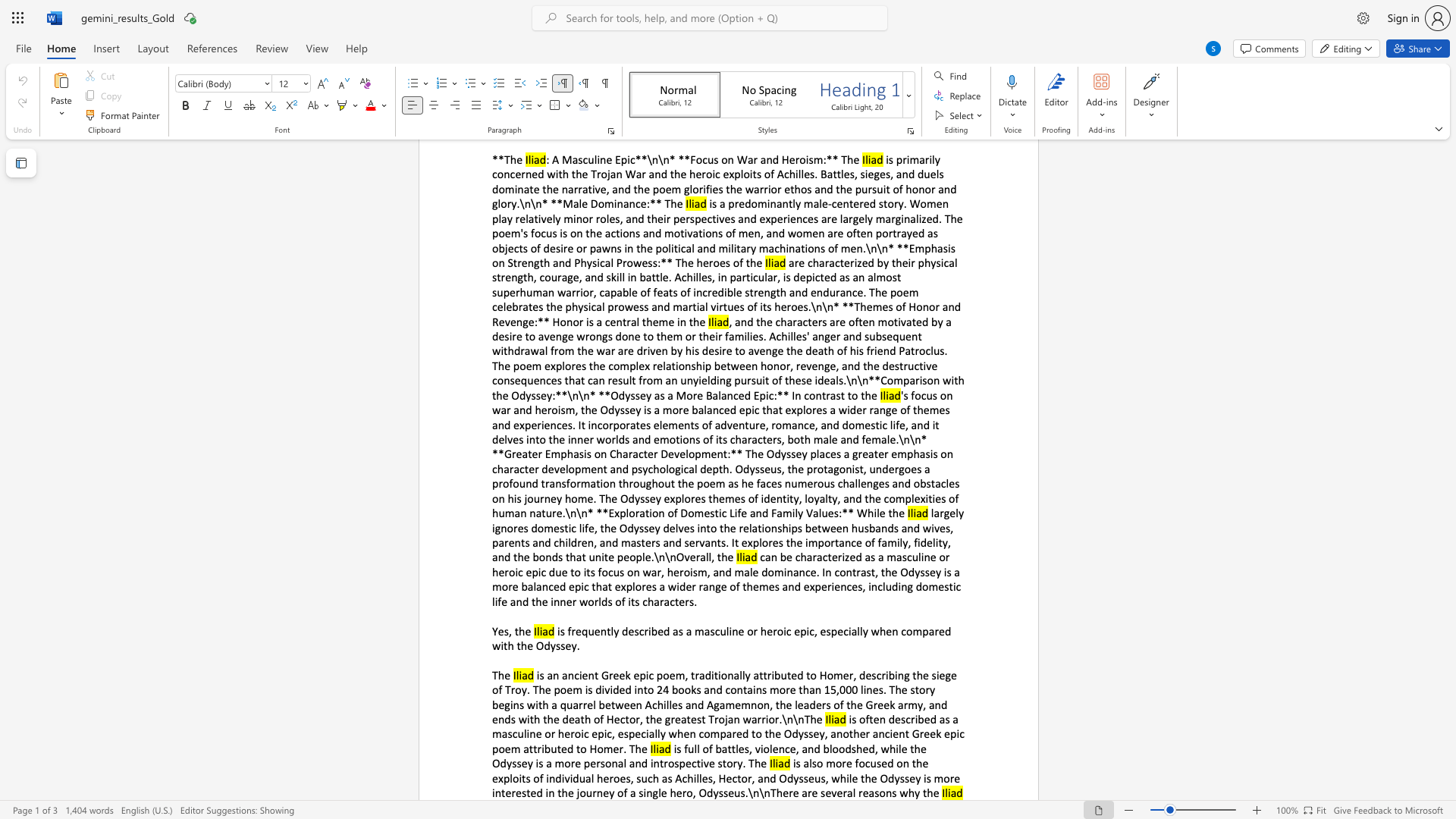 The image size is (1456, 819). What do you see at coordinates (896, 763) in the screenshot?
I see `the subset text "on the exploits of individual heroes, such as Achilles, Hector, and Odysseus, while the Odyssey is mor" within the text "is also more focused on the exploits of individual heroes, such as Achilles, Hector, and Odysseus, while the Odyssey is more interested in the journey of a single hero, Odysseus.\n\nThere are several reasons why the"` at bounding box center [896, 763].